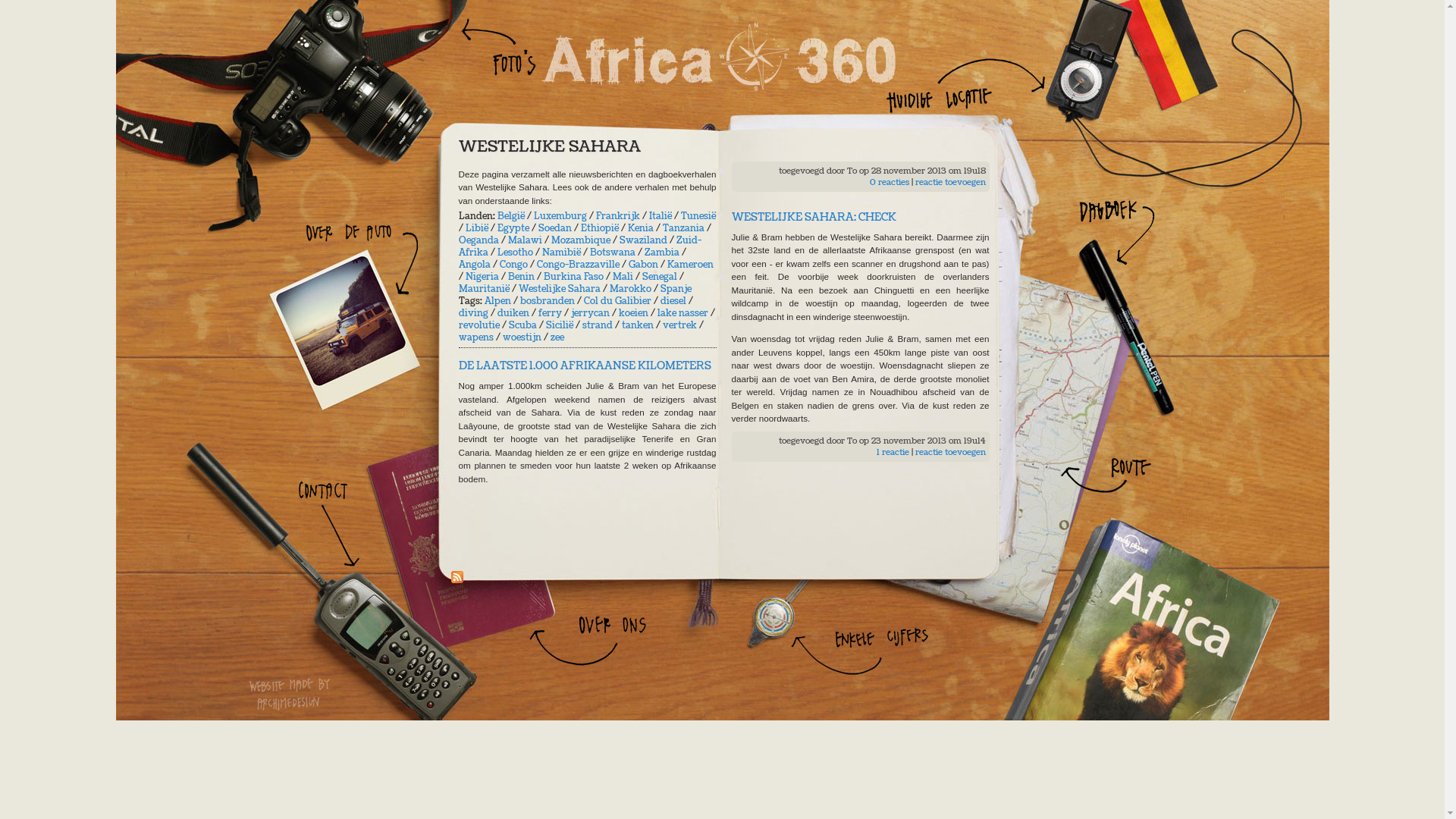 The image size is (1456, 819). What do you see at coordinates (546, 301) in the screenshot?
I see `'bosbranden'` at bounding box center [546, 301].